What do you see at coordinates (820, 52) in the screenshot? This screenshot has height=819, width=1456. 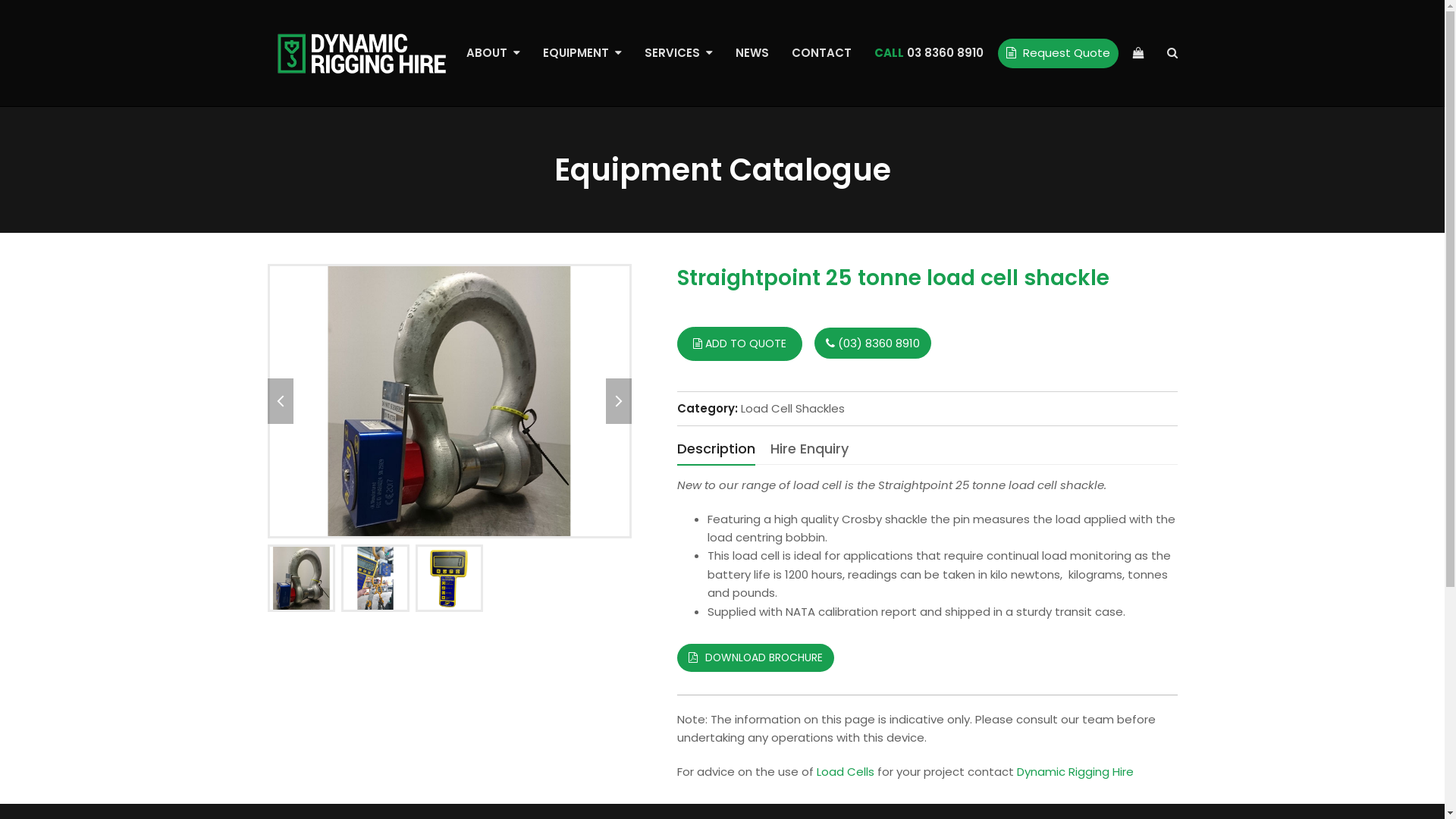 I see `'CONTACT'` at bounding box center [820, 52].